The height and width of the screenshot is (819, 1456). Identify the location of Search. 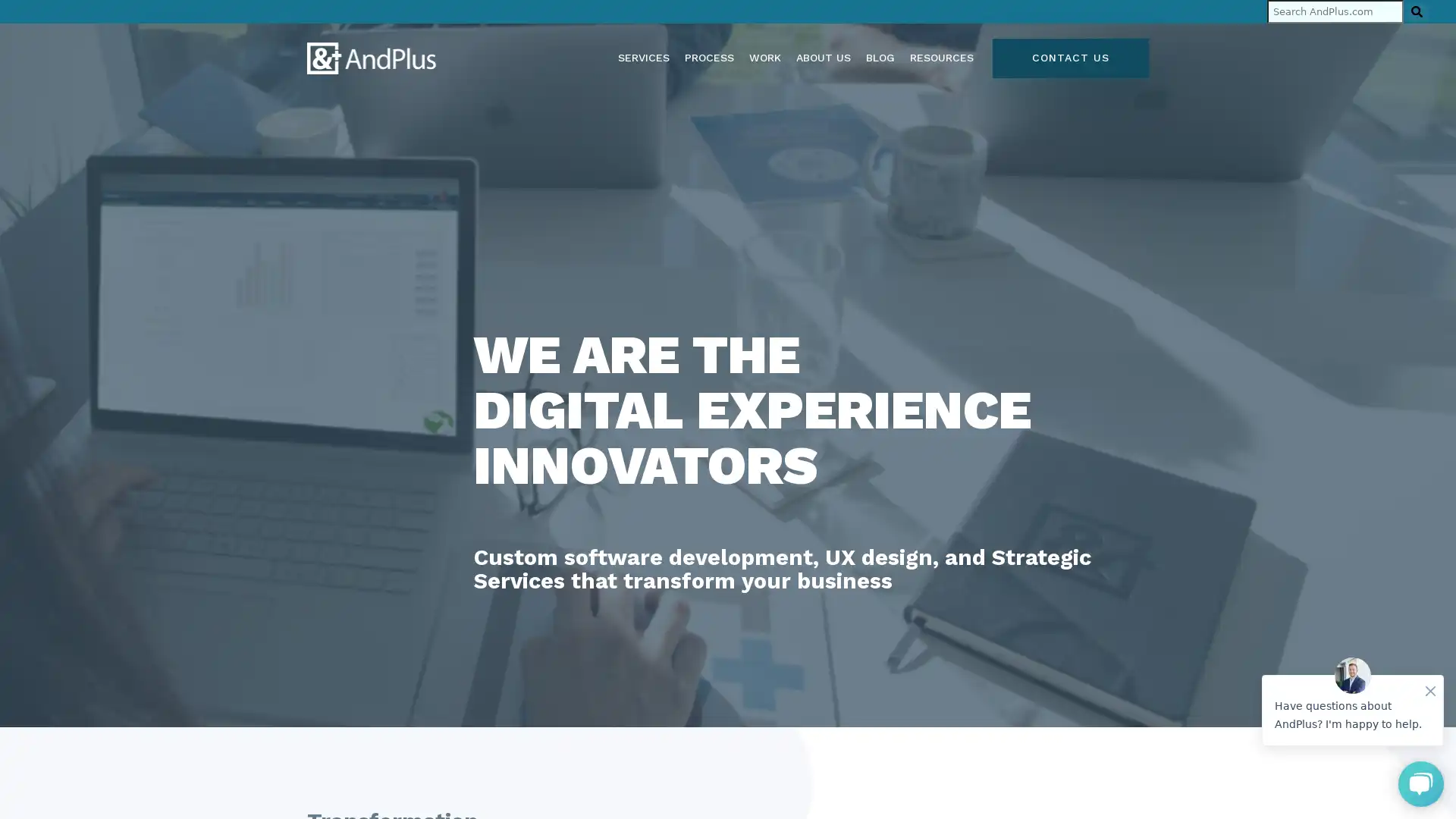
(1416, 11).